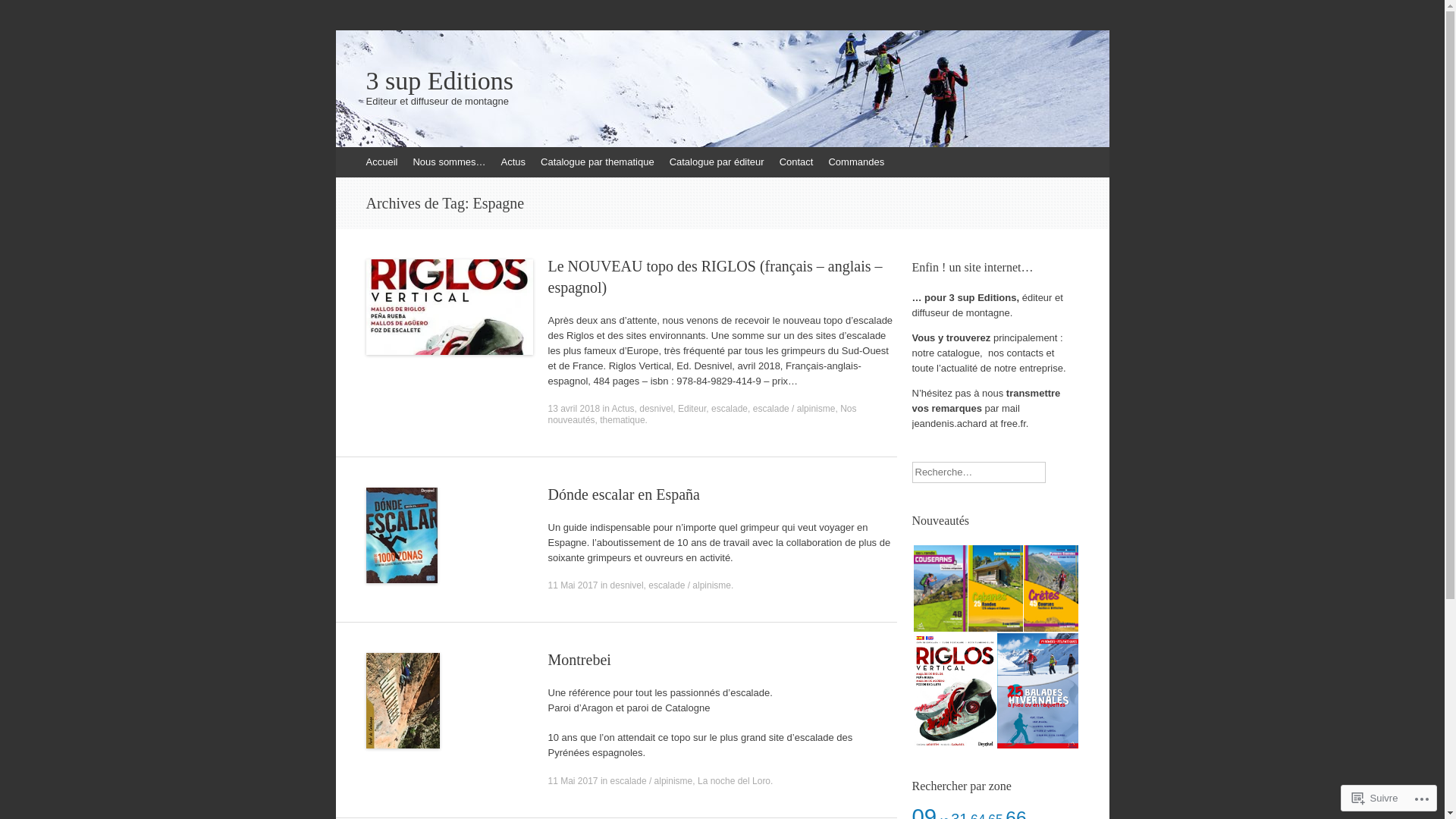 The width and height of the screenshot is (1456, 819). What do you see at coordinates (571, 584) in the screenshot?
I see `'11 Mai 2017'` at bounding box center [571, 584].